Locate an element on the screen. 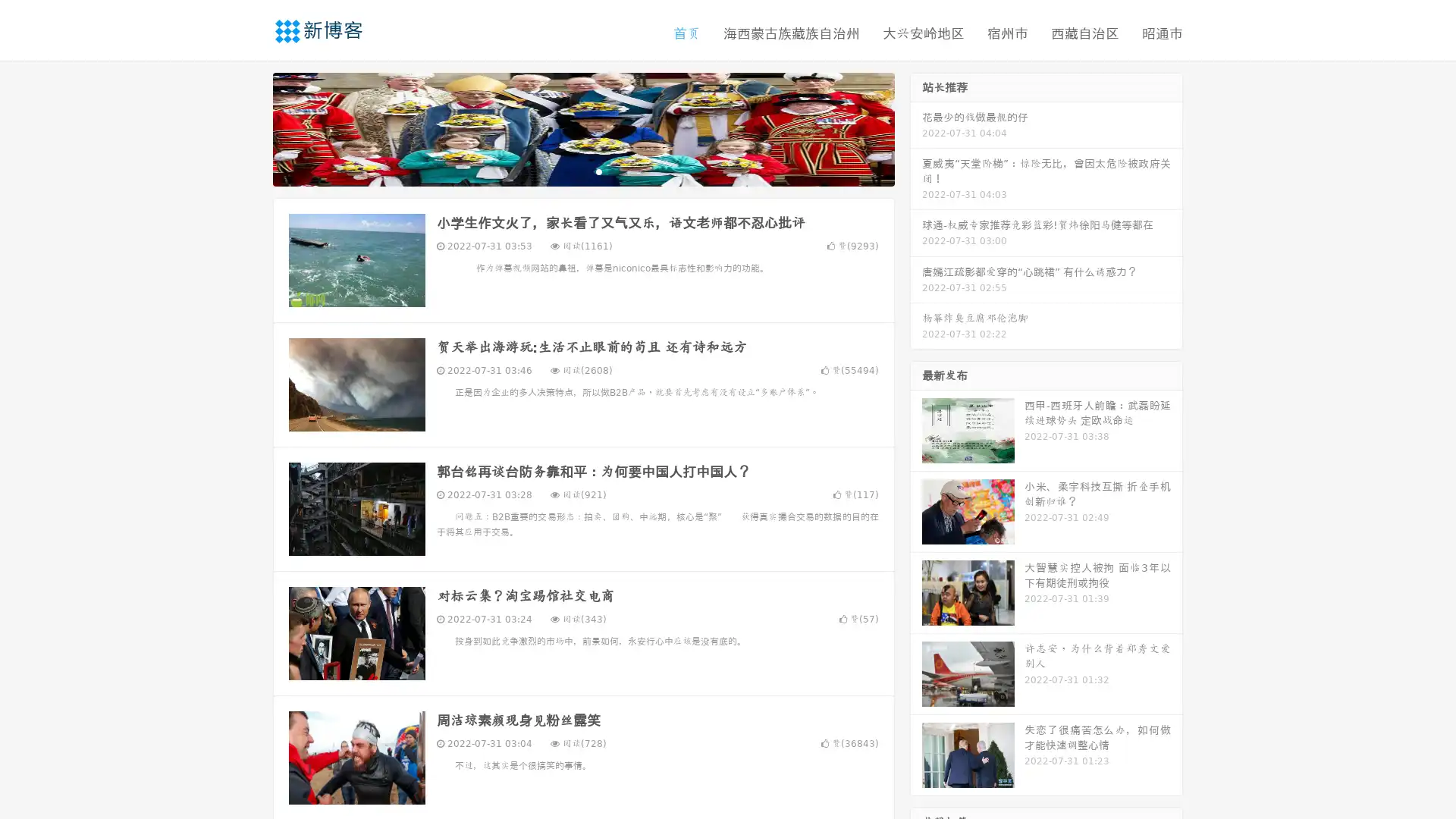  Go to slide 1 is located at coordinates (567, 171).